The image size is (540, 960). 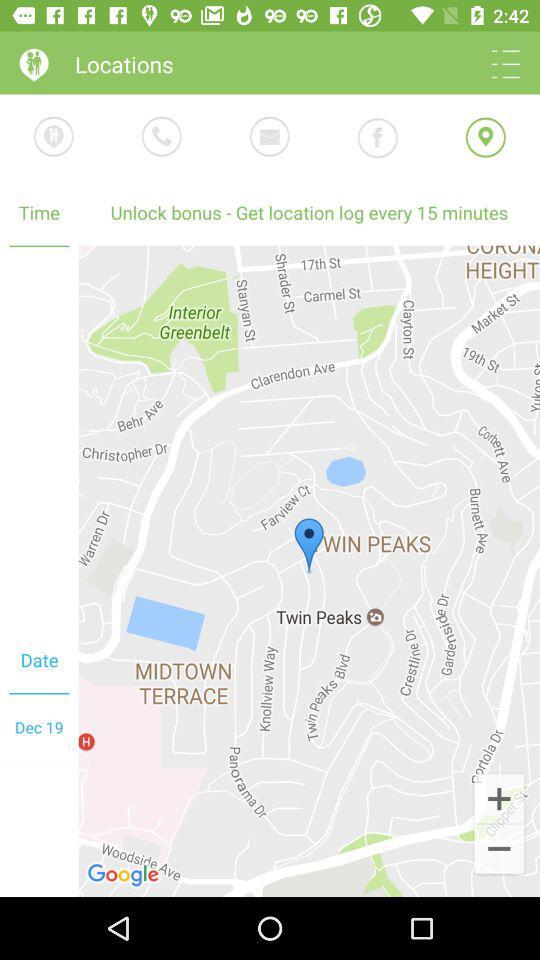 What do you see at coordinates (309, 571) in the screenshot?
I see `the icon at the center` at bounding box center [309, 571].